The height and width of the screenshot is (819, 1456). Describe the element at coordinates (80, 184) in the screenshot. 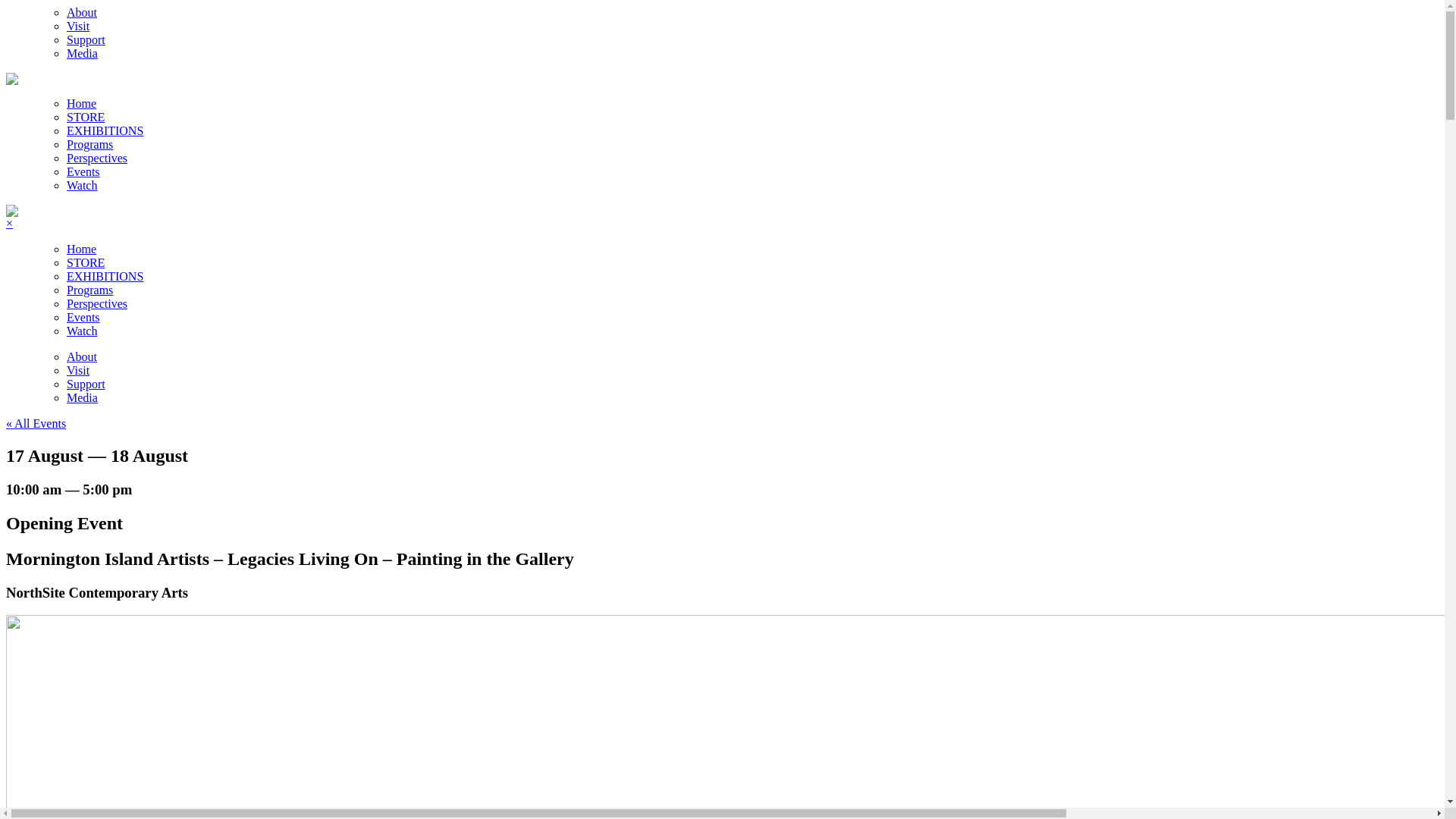

I see `'Watch'` at that location.